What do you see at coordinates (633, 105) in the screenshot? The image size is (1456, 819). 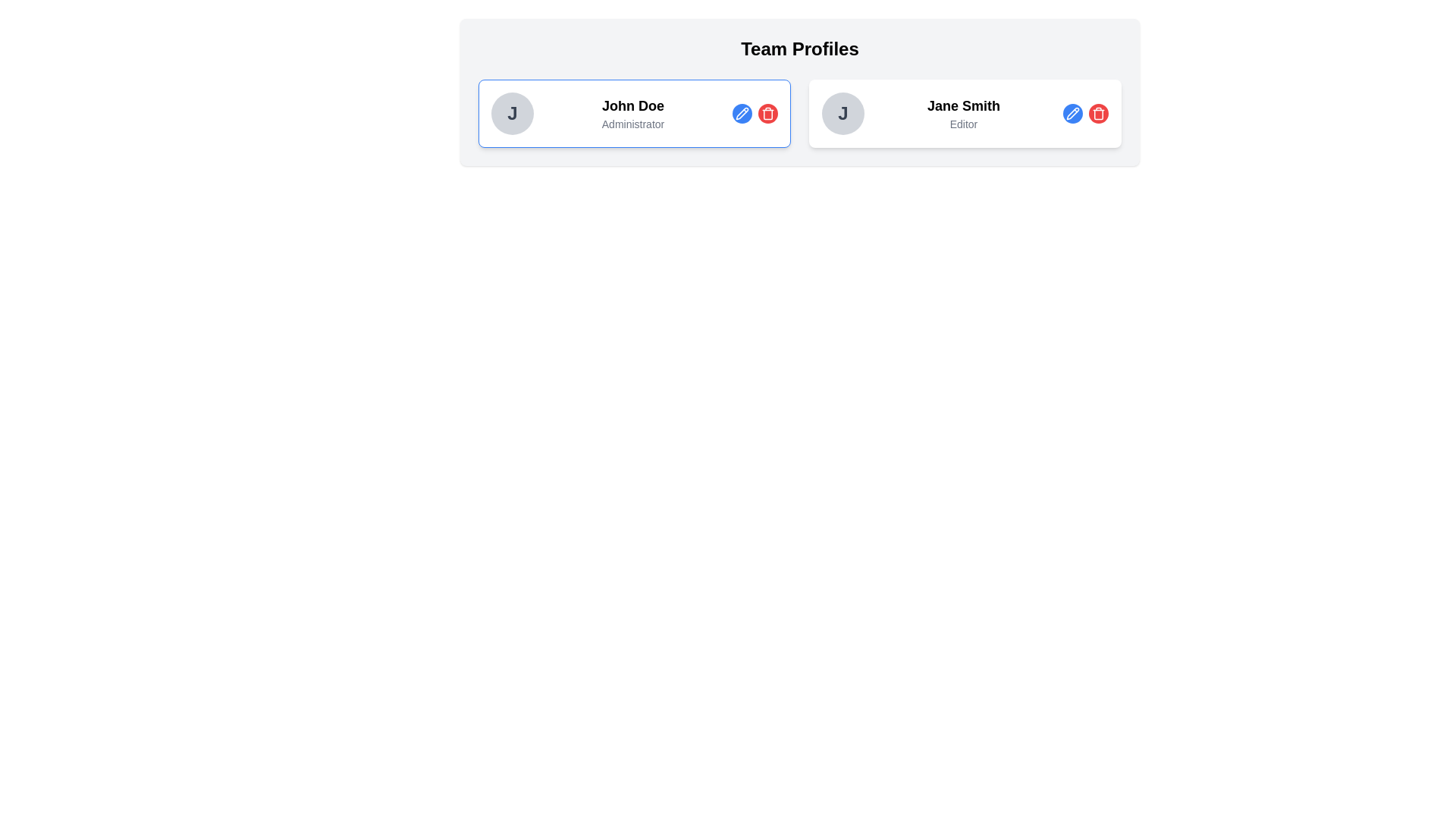 I see `the user's name text label located in the leftmost user profile card, directly above the text 'Administrator'` at bounding box center [633, 105].